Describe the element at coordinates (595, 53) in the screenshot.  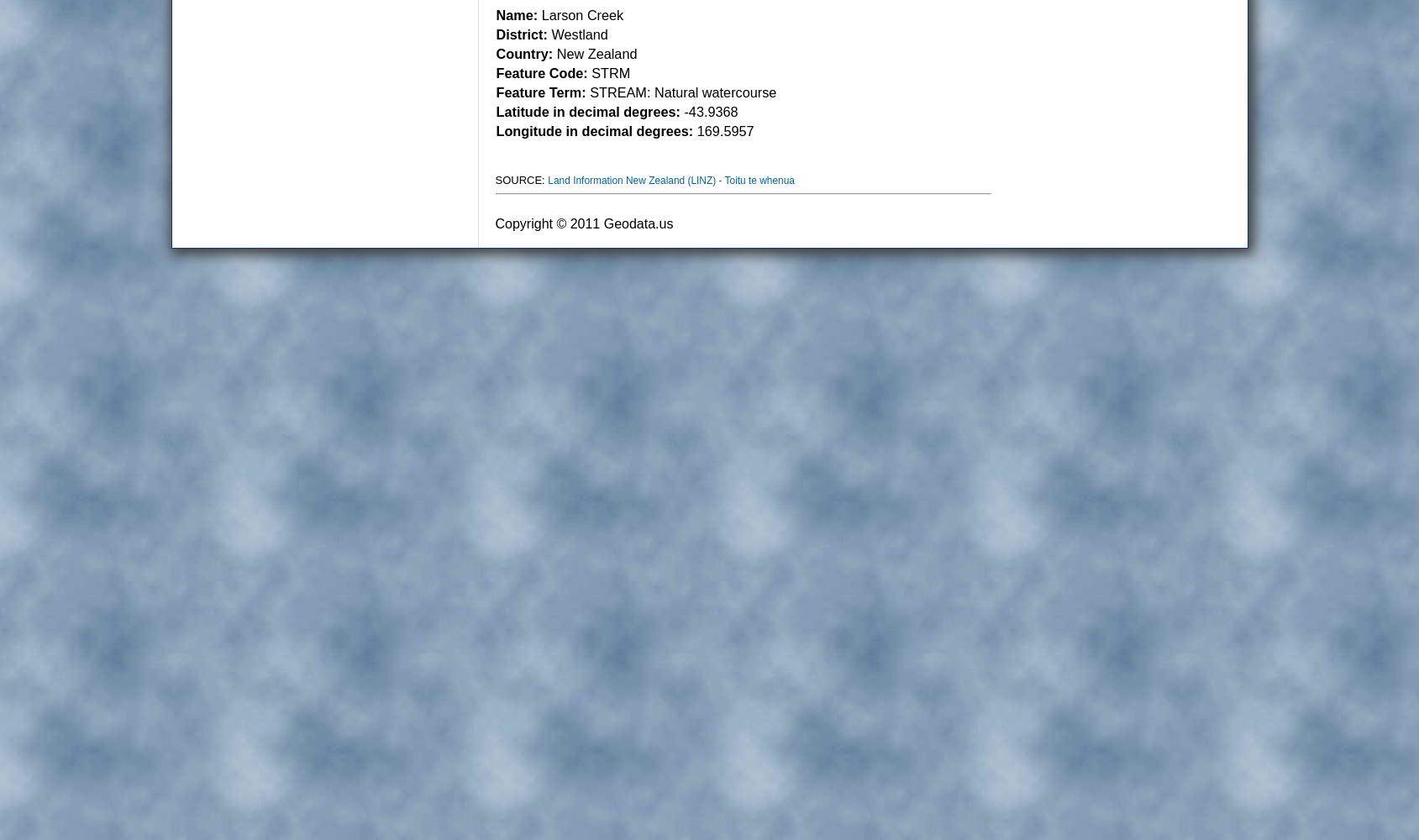
I see `'New Zealand'` at that location.